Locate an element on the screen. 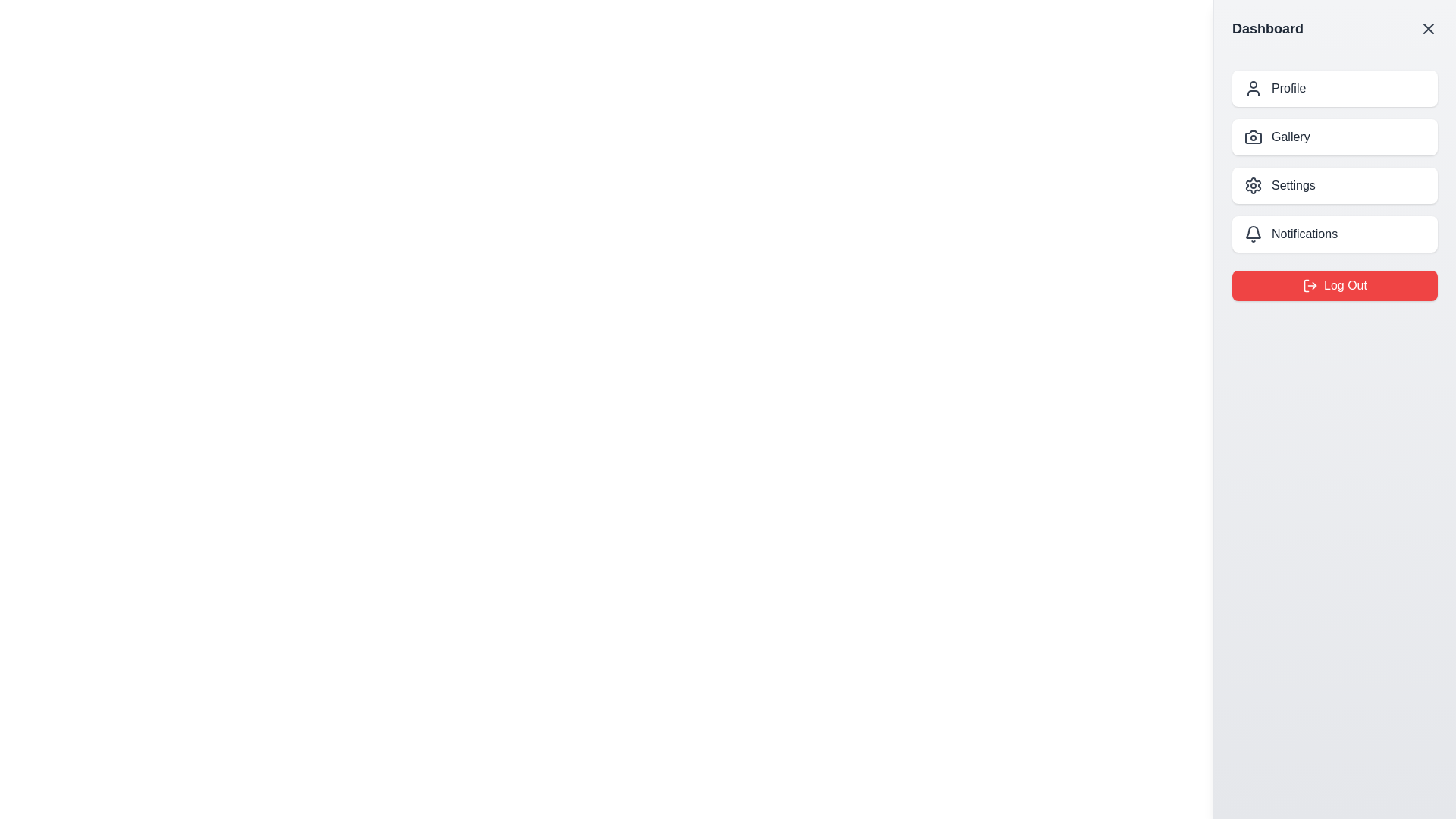 This screenshot has height=819, width=1456. the close button located at the top-right corner of the sidebar to provide visual feedback is located at coordinates (1427, 29).